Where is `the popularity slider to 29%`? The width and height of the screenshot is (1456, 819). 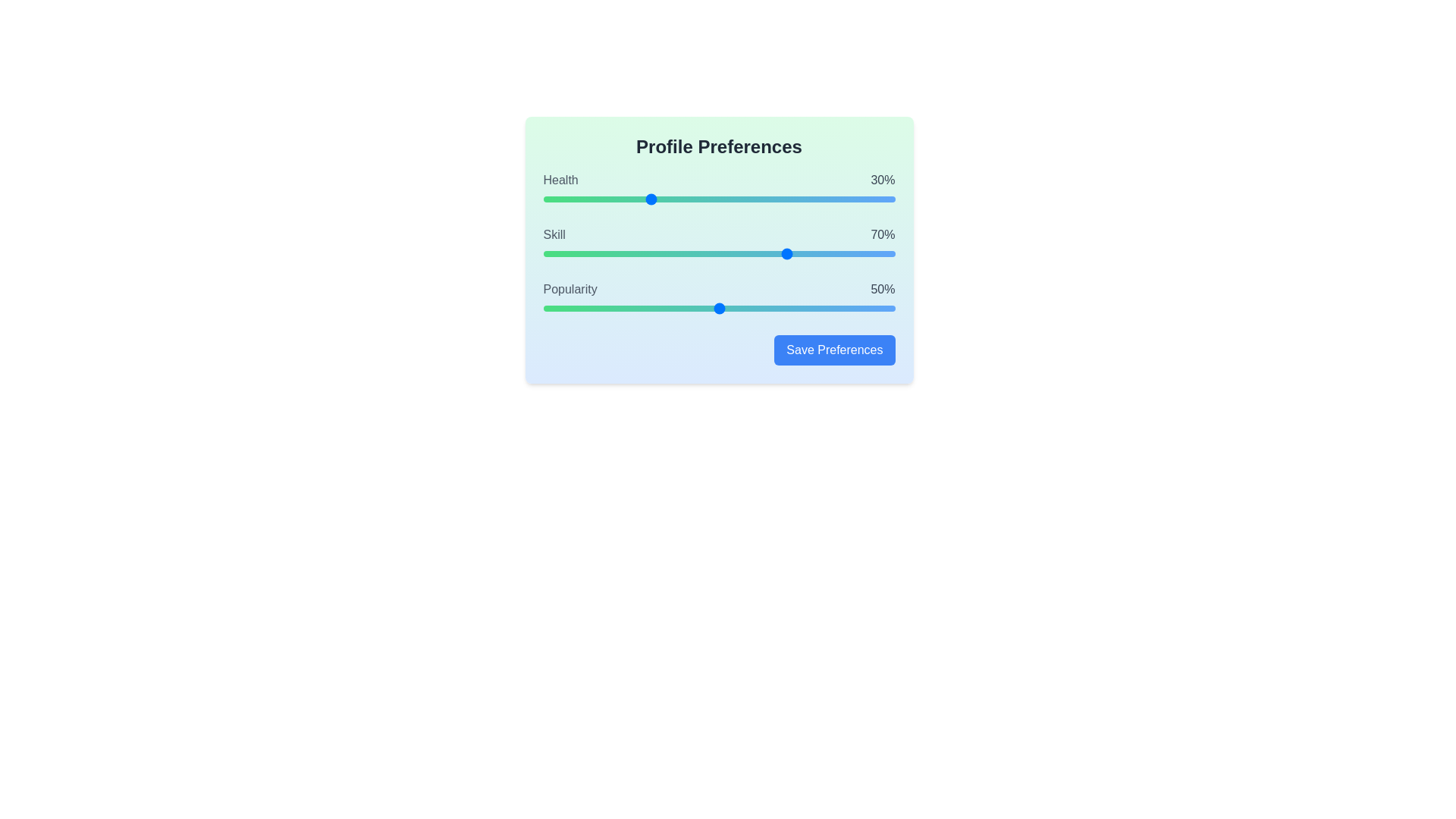
the popularity slider to 29% is located at coordinates (645, 308).